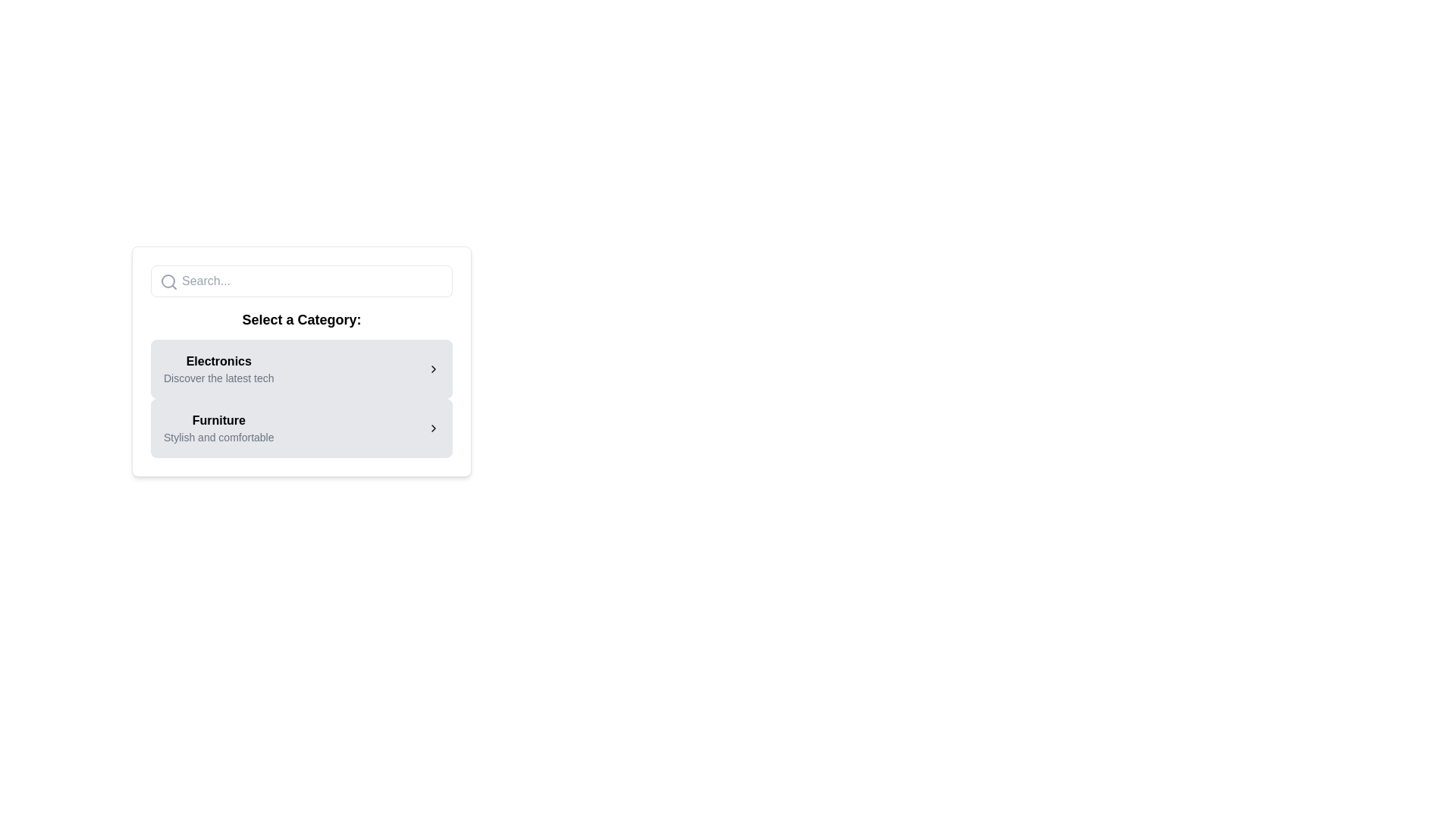 The width and height of the screenshot is (1456, 819). Describe the element at coordinates (218, 377) in the screenshot. I see `the Text label that provides additional information about the 'Electronics' category, located immediately below the 'Electronics' label in the 'Select a Category' section` at that location.